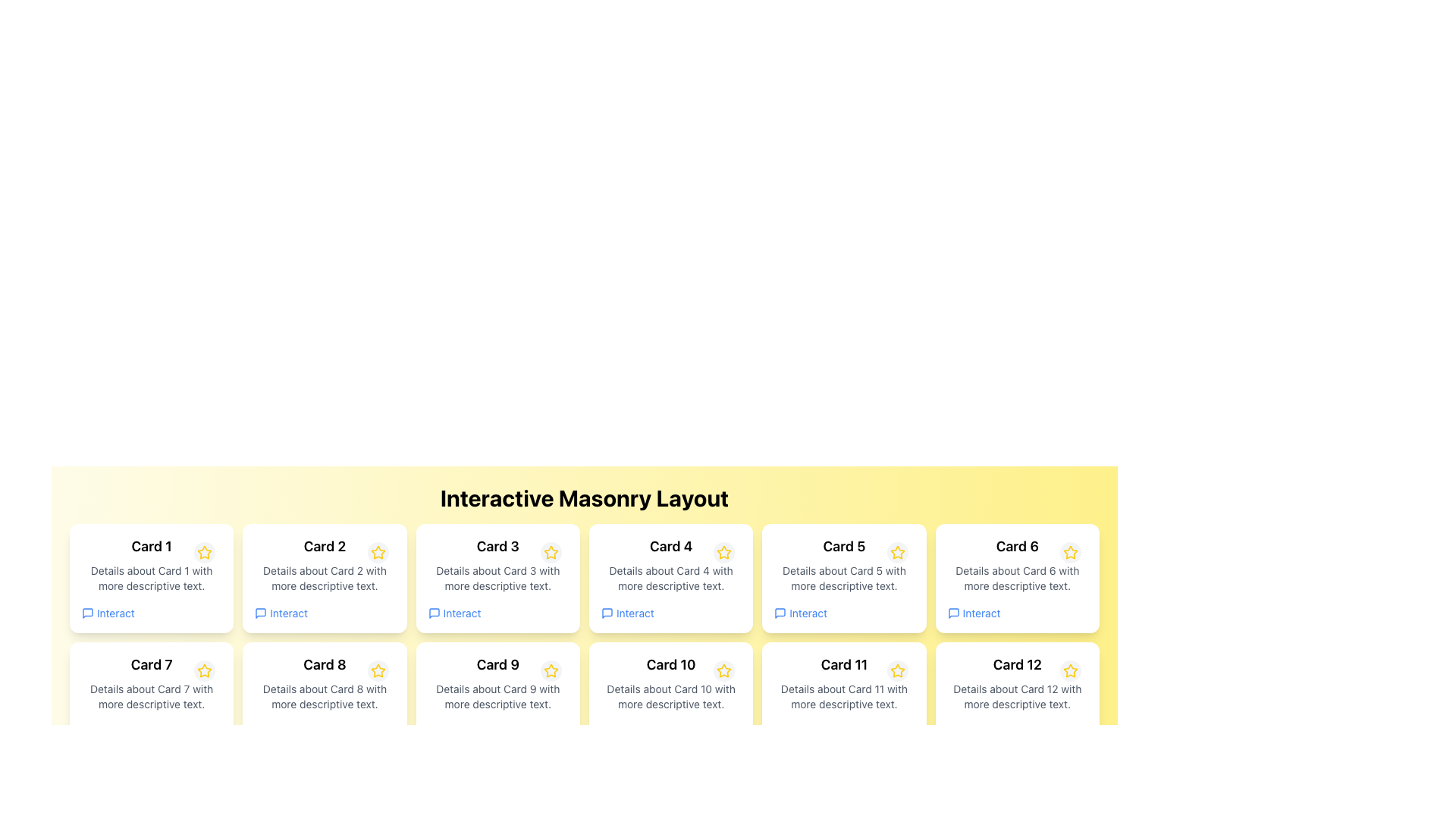 This screenshot has height=819, width=1456. Describe the element at coordinates (550, 670) in the screenshot. I see `the star button located at the top-right edge of 'Card 9' to mark the card as important or favorite` at that location.